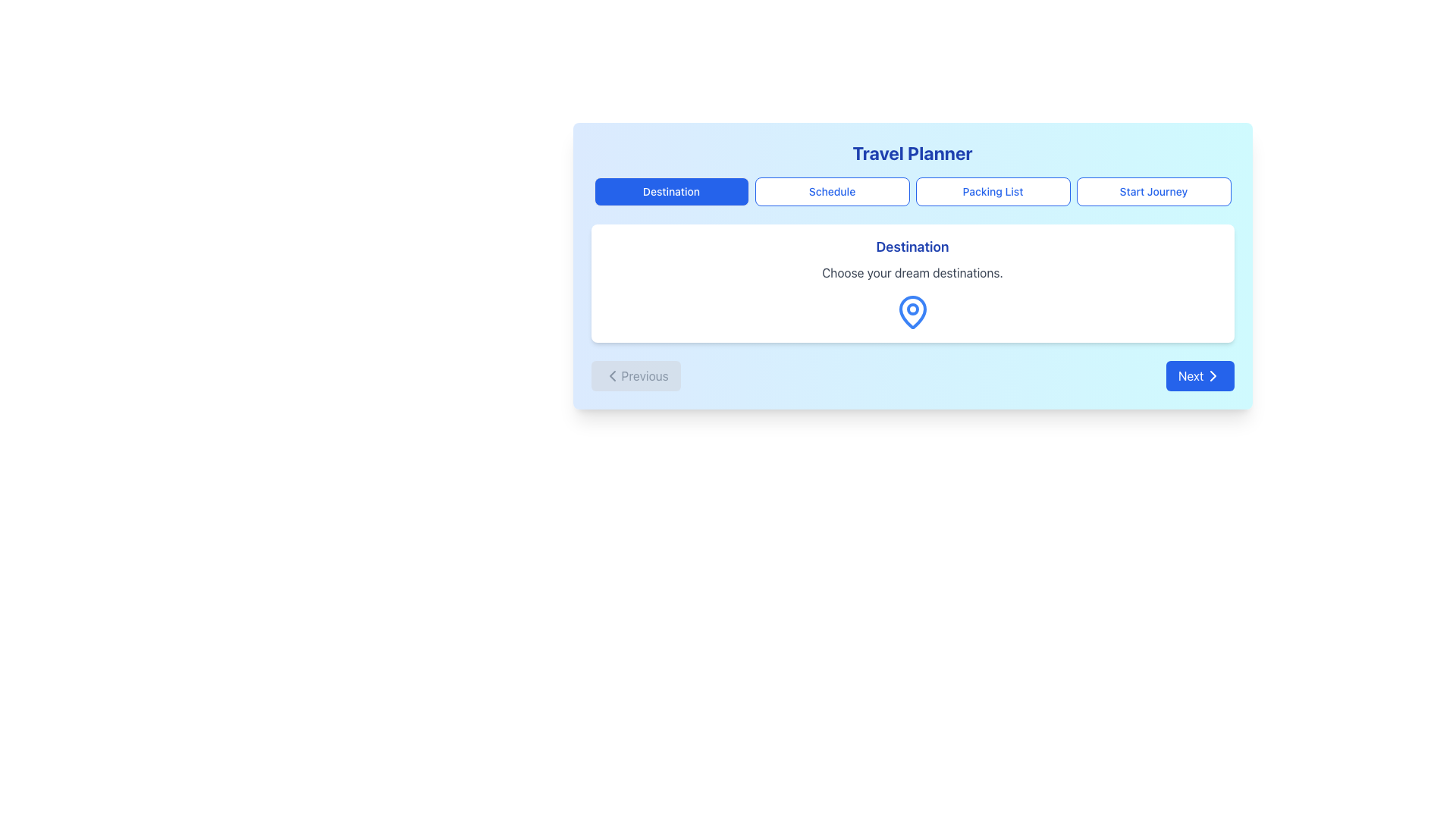 This screenshot has width=1456, height=819. I want to click on the 'Packing List' text label in the navigation menu, which is the third item from the left, displaying the phrase in blue color, so click(993, 191).